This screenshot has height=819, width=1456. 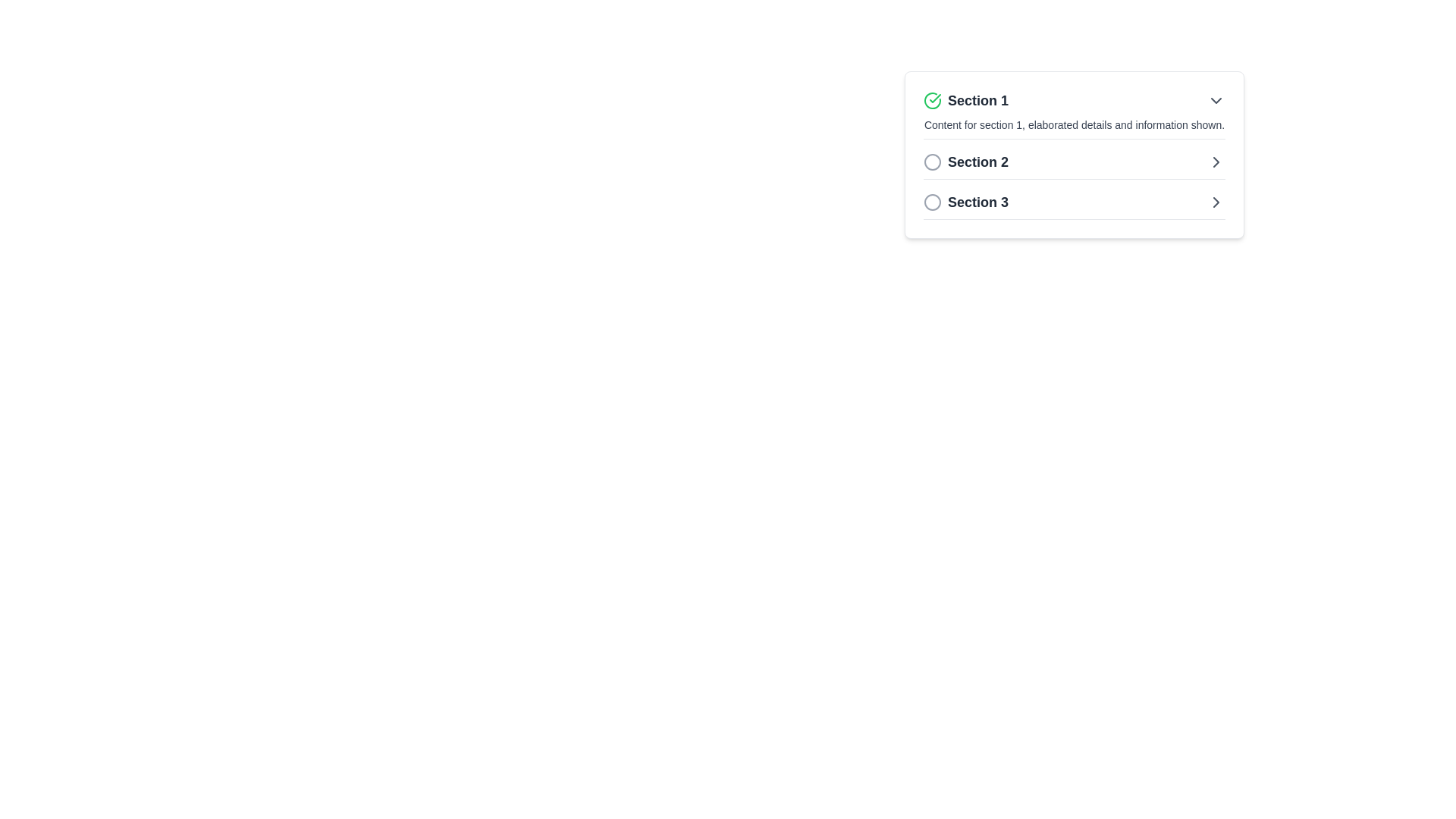 What do you see at coordinates (931, 162) in the screenshot?
I see `the circular indicator button located at the top center of 'Section 2'` at bounding box center [931, 162].